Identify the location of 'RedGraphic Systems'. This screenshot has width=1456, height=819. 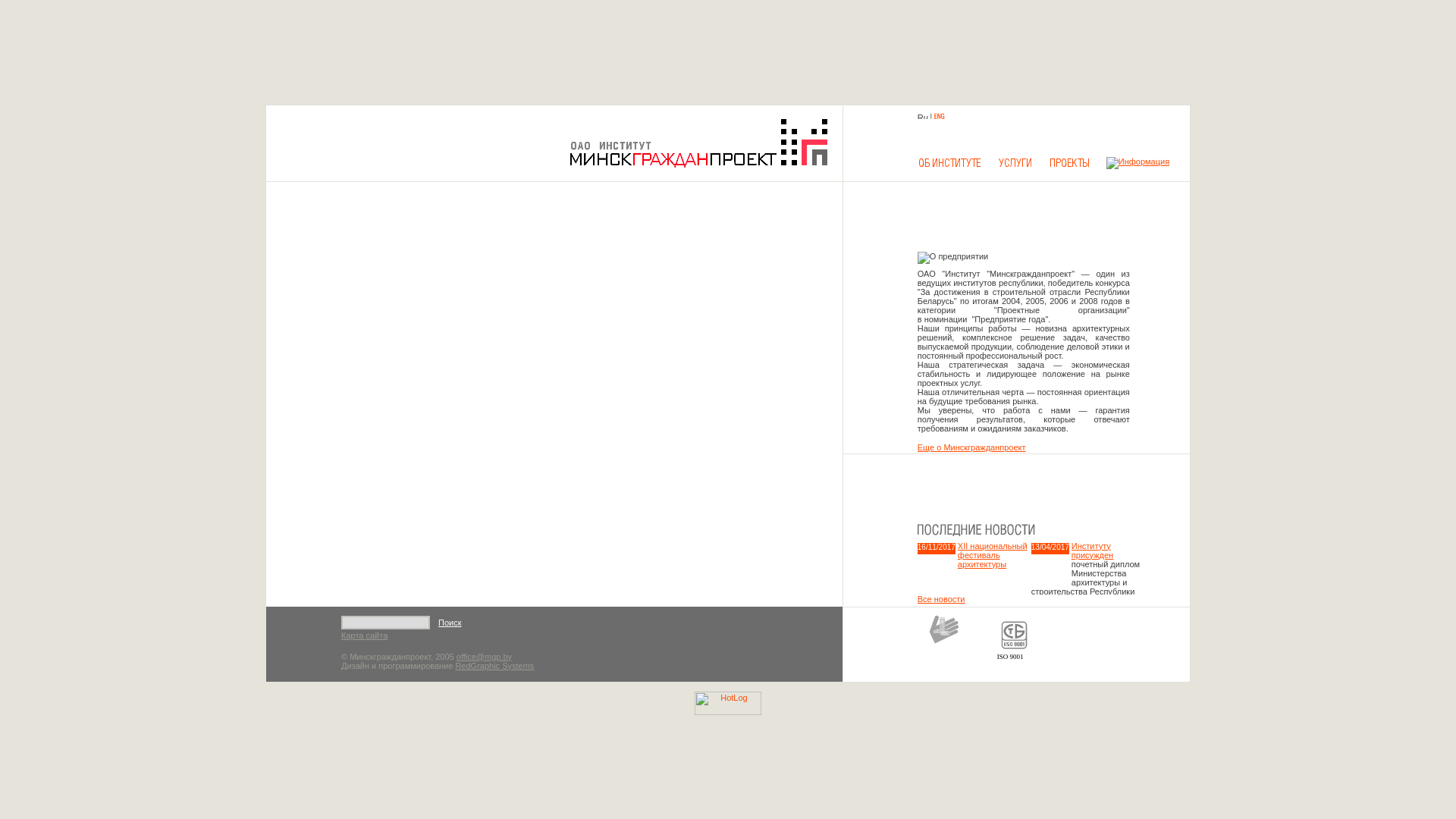
(494, 665).